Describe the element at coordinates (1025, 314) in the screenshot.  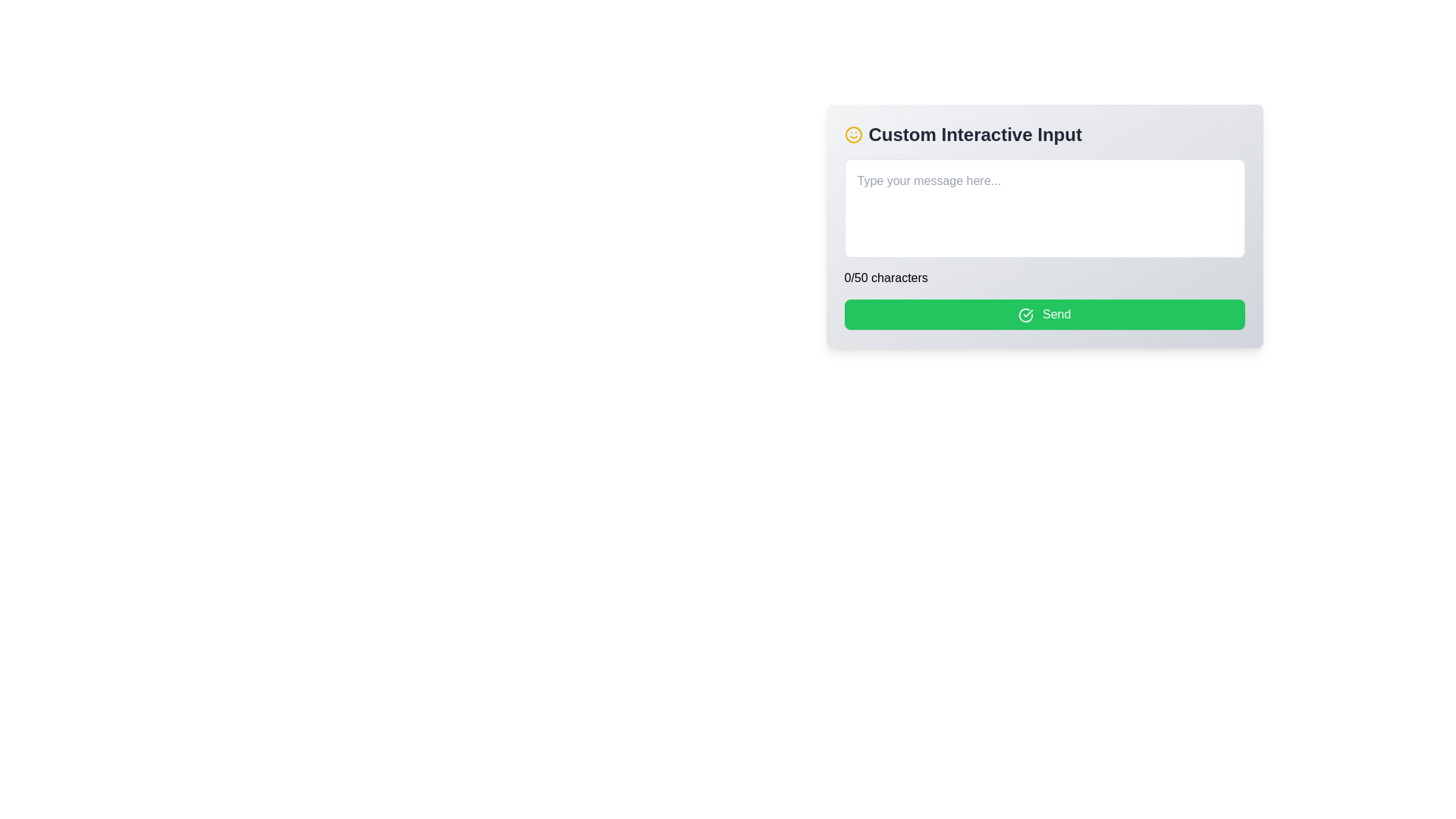
I see `the SVG-based graphical element located on the right side of the interface, near the green 'Send' button` at that location.